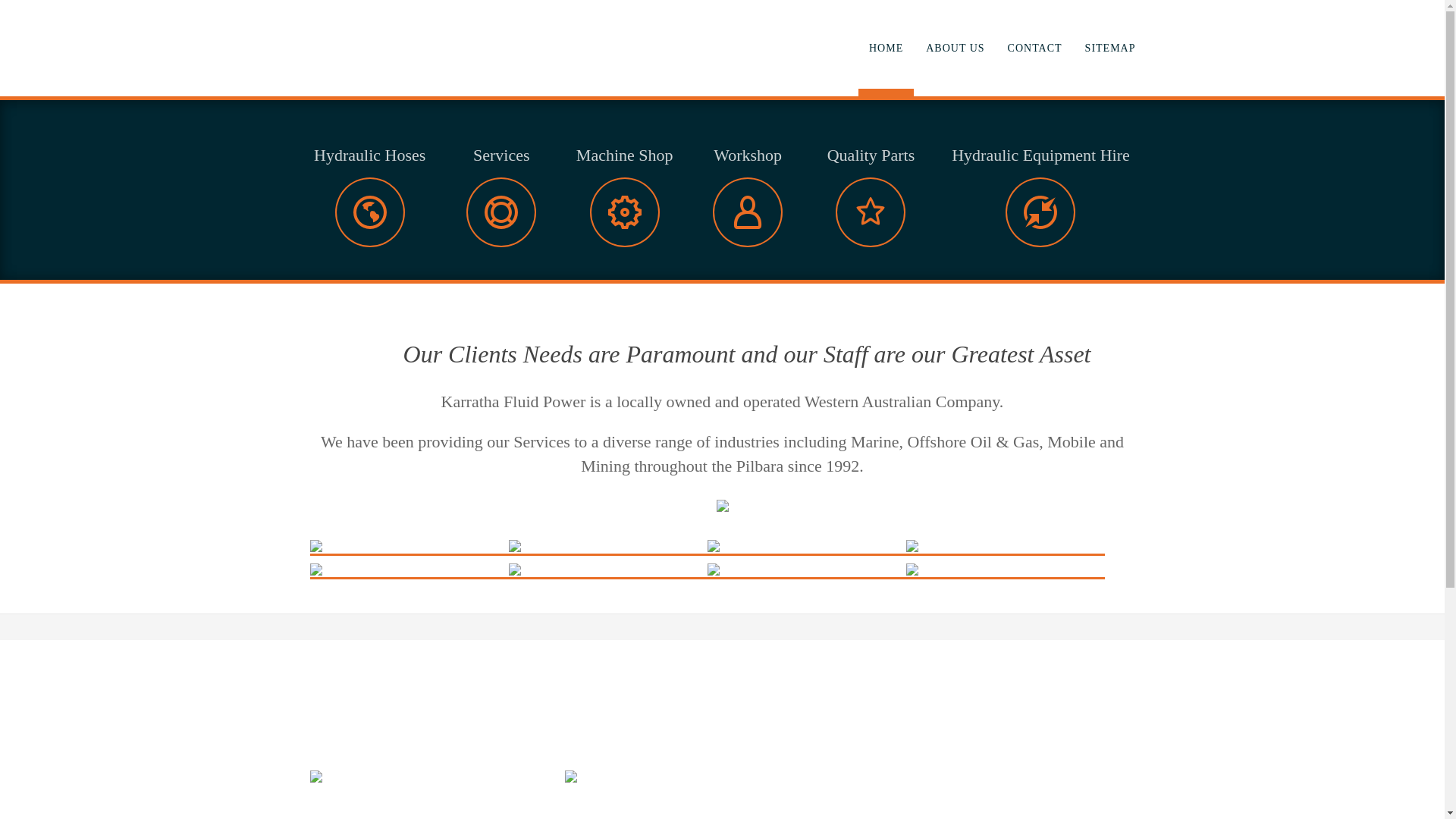 This screenshot has height=819, width=1456. Describe the element at coordinates (886, 47) in the screenshot. I see `'HOME'` at that location.